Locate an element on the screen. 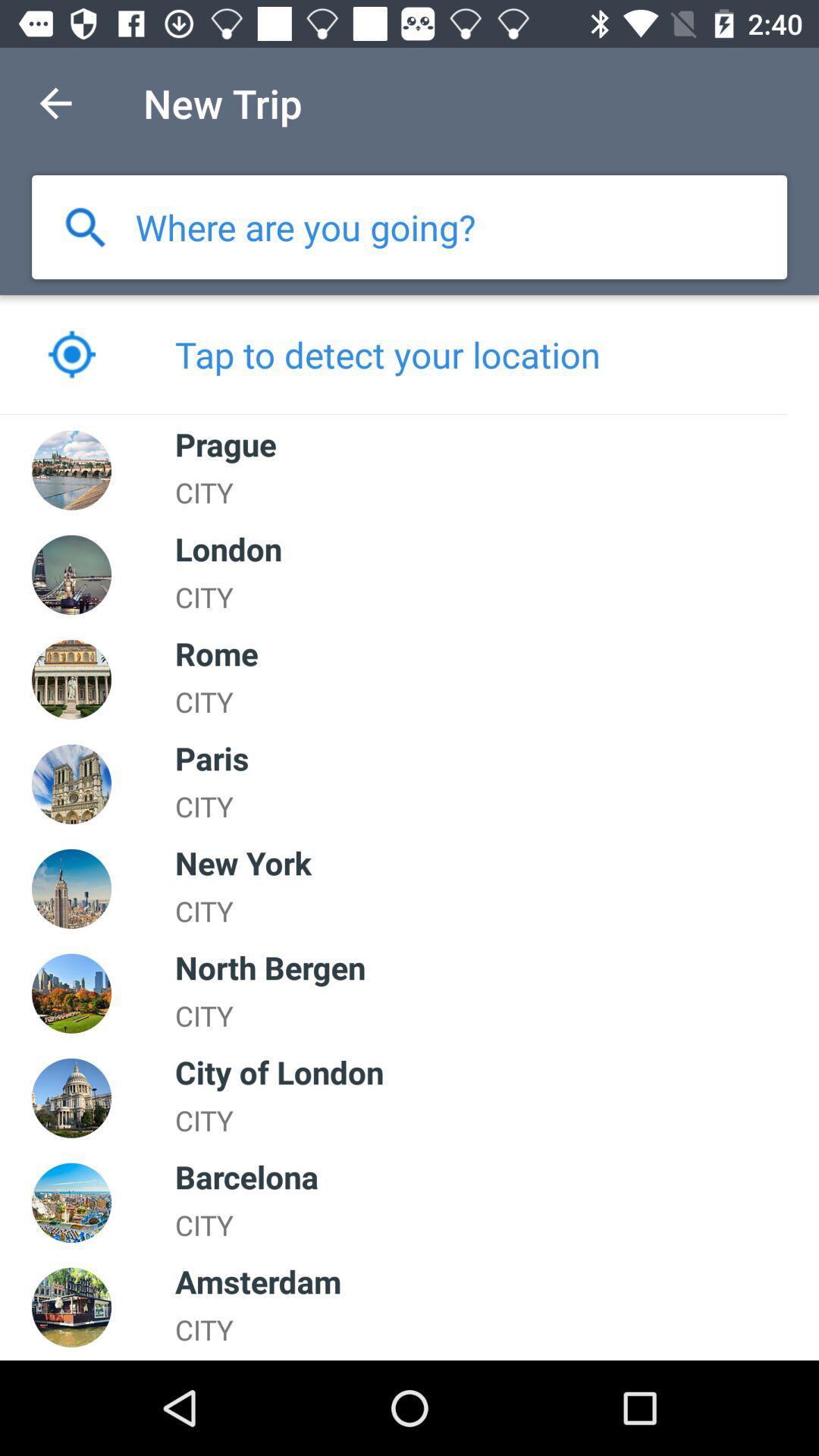 The width and height of the screenshot is (819, 1456). the  sixth image is located at coordinates (71, 993).